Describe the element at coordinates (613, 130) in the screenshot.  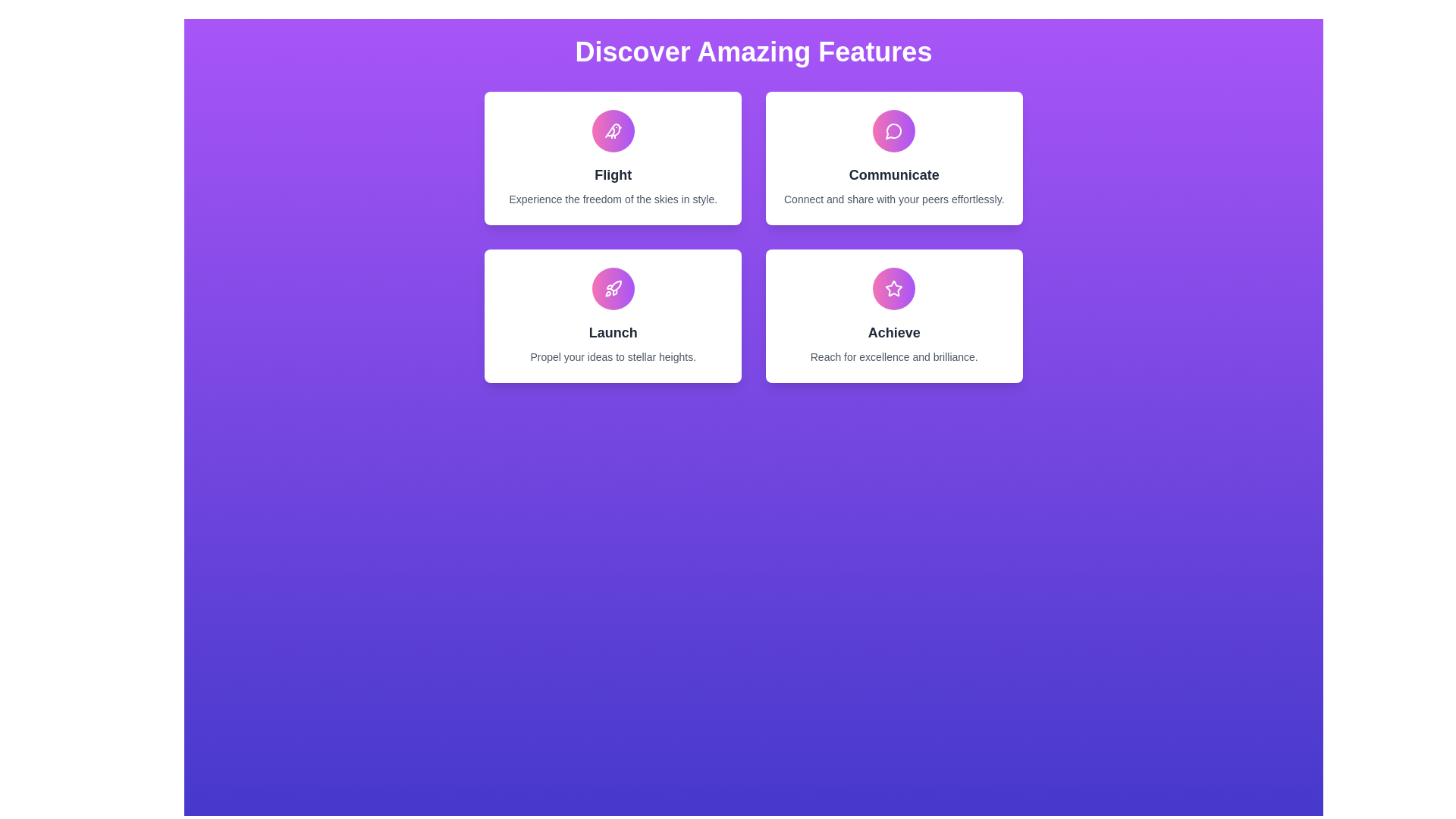
I see `the bird-shaped graphic icon located in the top-left feature card of the layout` at that location.